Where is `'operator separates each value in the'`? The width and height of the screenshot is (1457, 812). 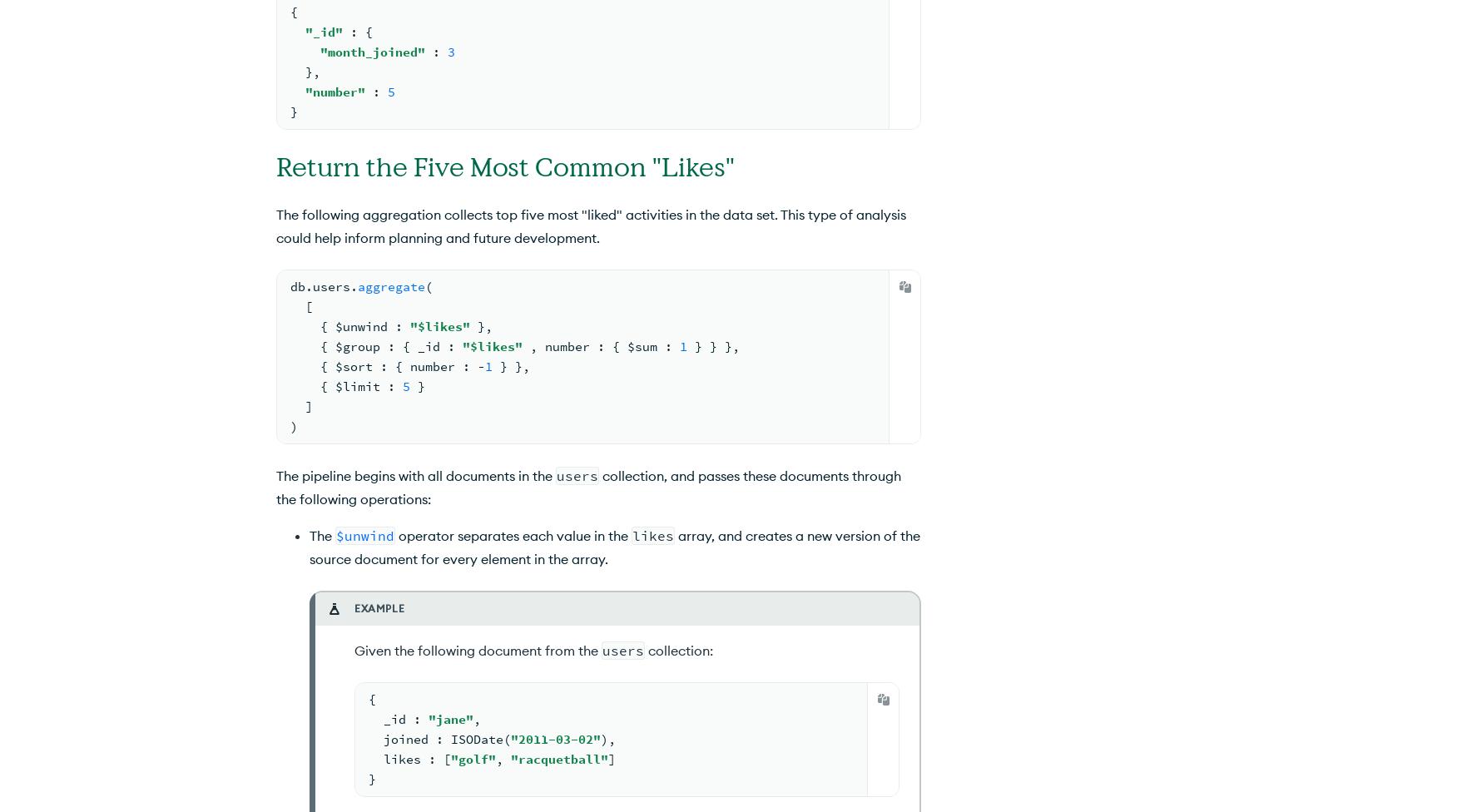
'operator separates each value in the' is located at coordinates (513, 534).